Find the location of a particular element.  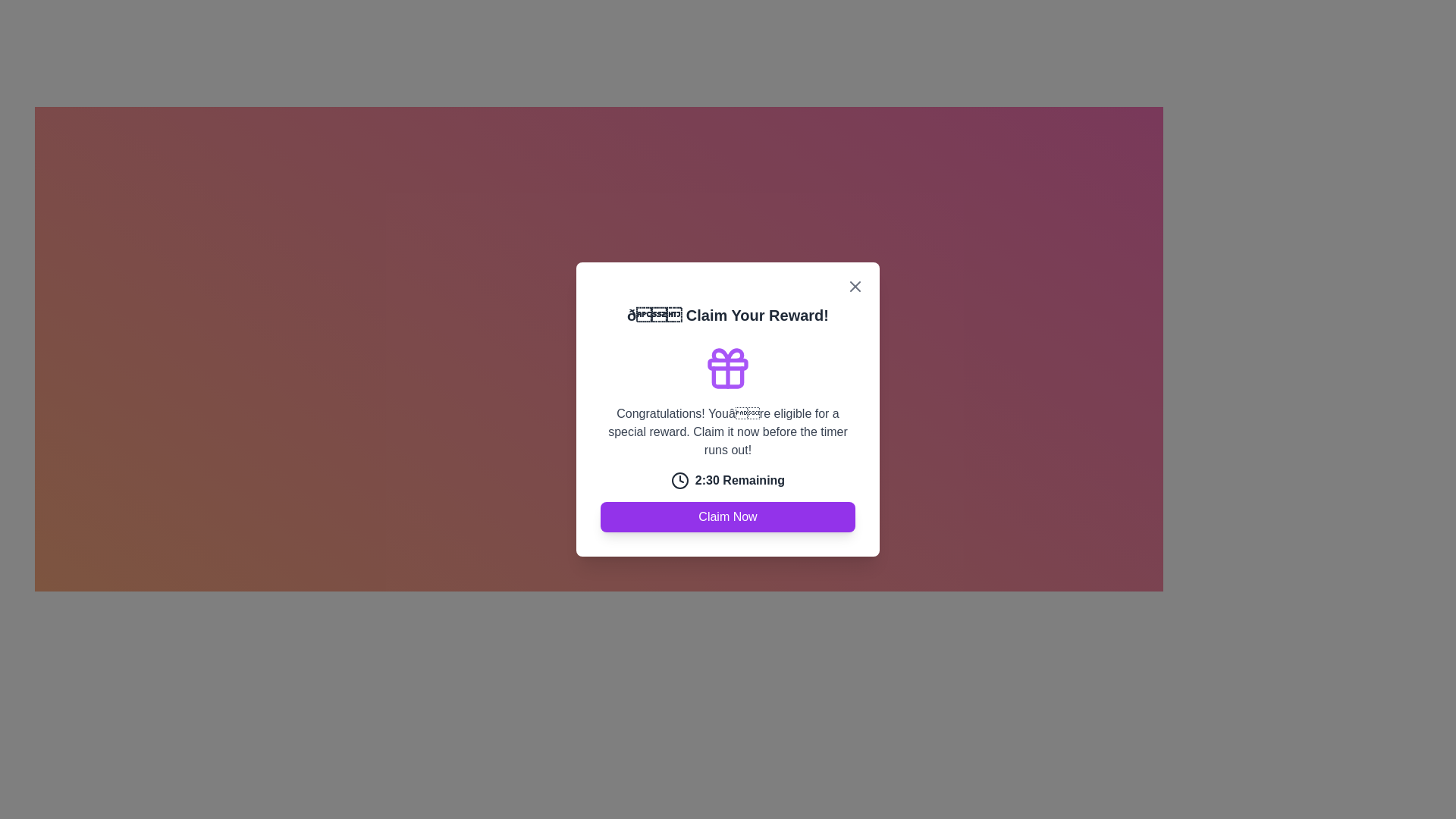

the SVG circle graphic that serves as the outermost component of the clock icon, positioned near the countdown timer in the modal dialog is located at coordinates (679, 480).